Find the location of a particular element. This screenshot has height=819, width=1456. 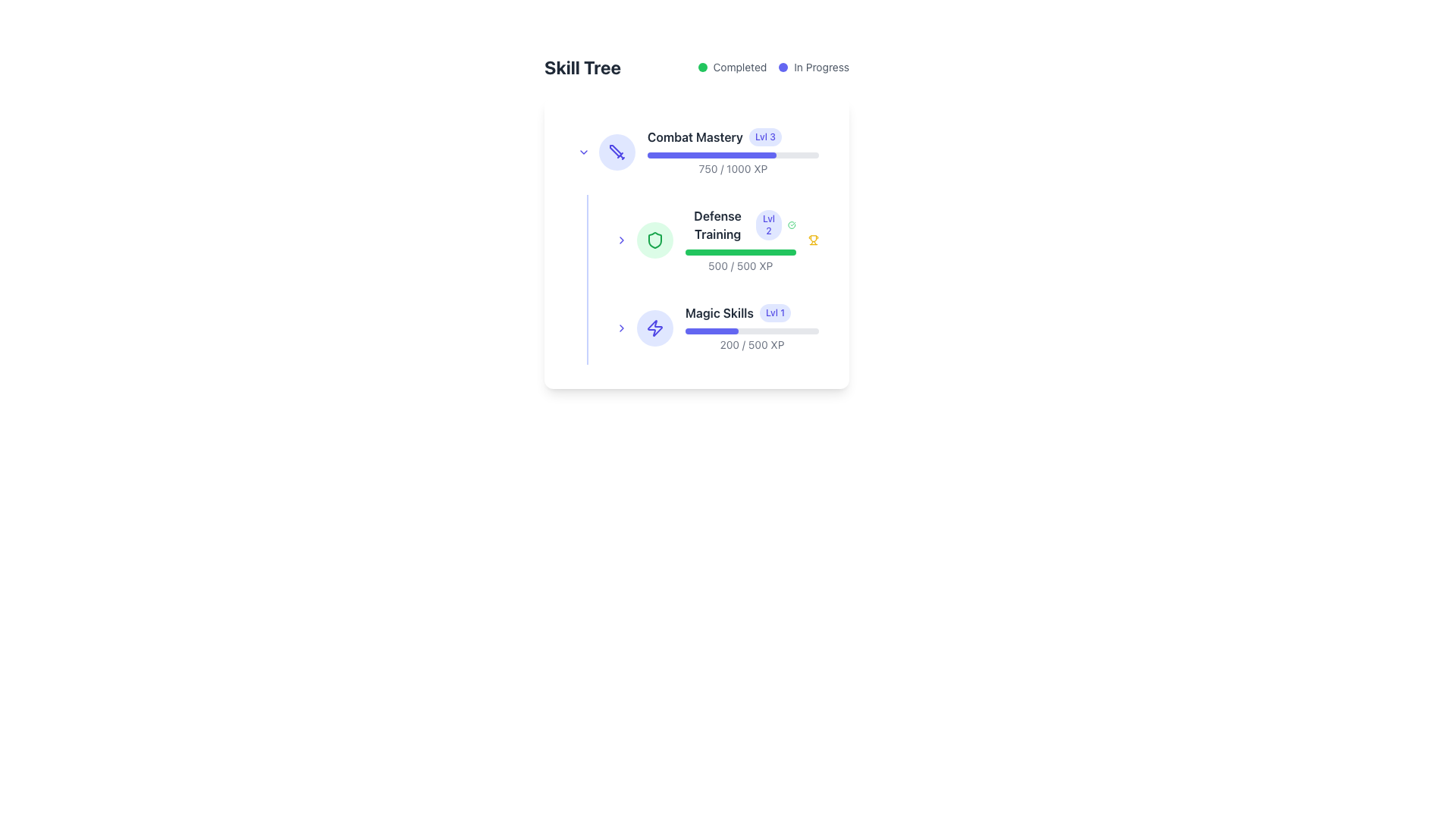

the progress bar located in the 'Defense Training' section, which is a thin, rounded rectangle with a gray background and a green-filled portion indicating progress is located at coordinates (740, 251).